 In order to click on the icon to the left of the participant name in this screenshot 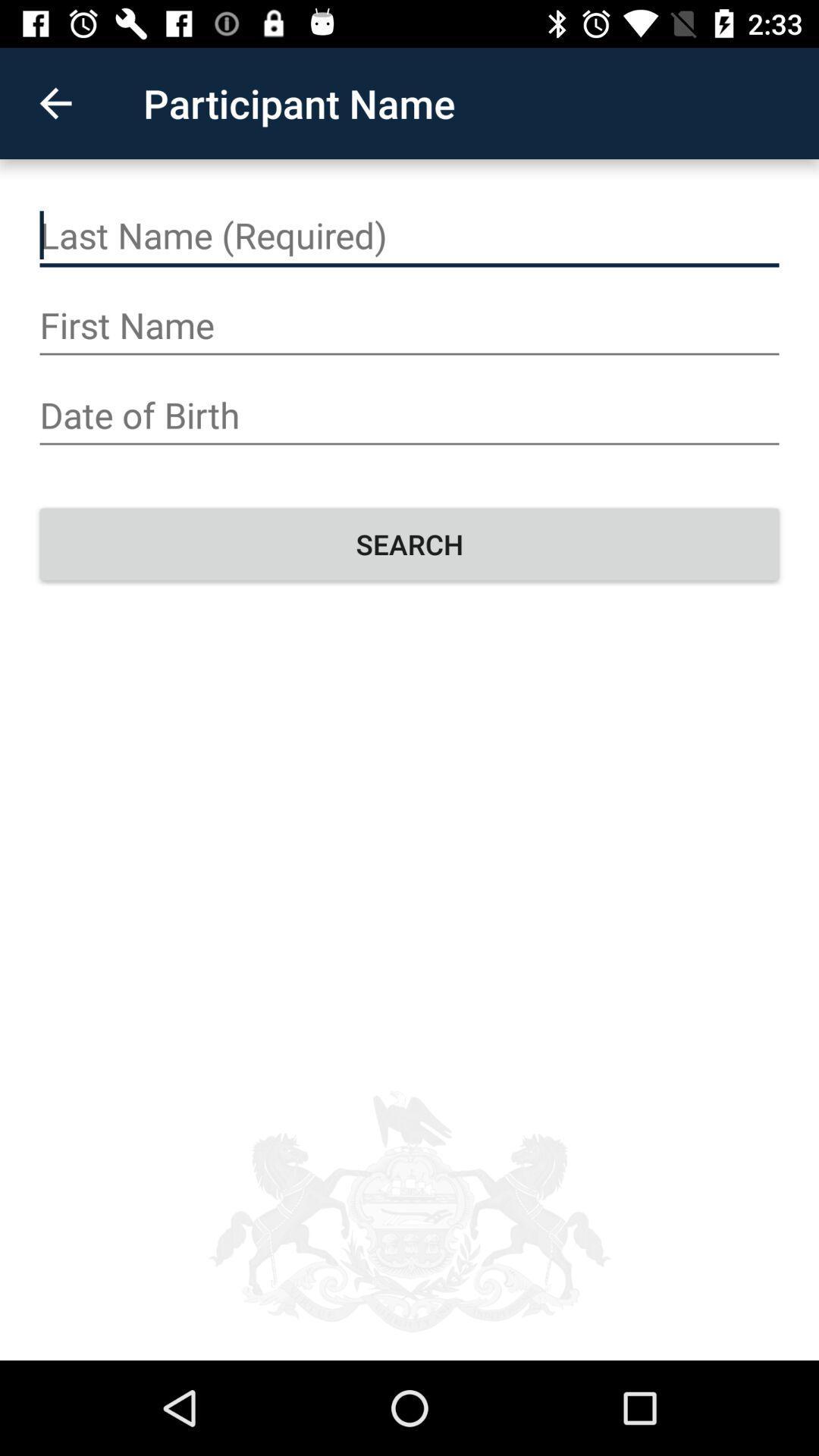, I will do `click(55, 102)`.